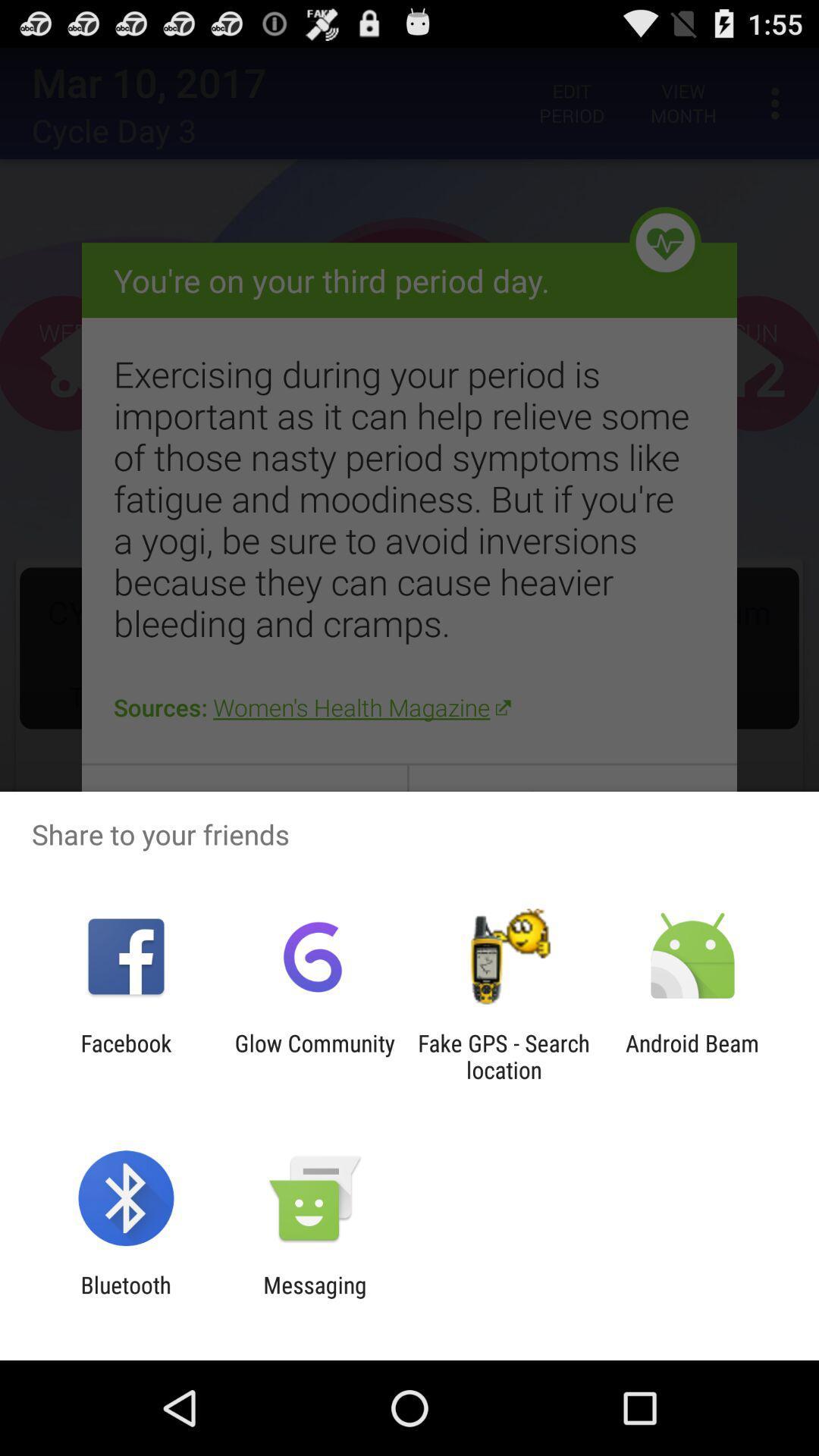  What do you see at coordinates (125, 1298) in the screenshot?
I see `icon next to messaging item` at bounding box center [125, 1298].